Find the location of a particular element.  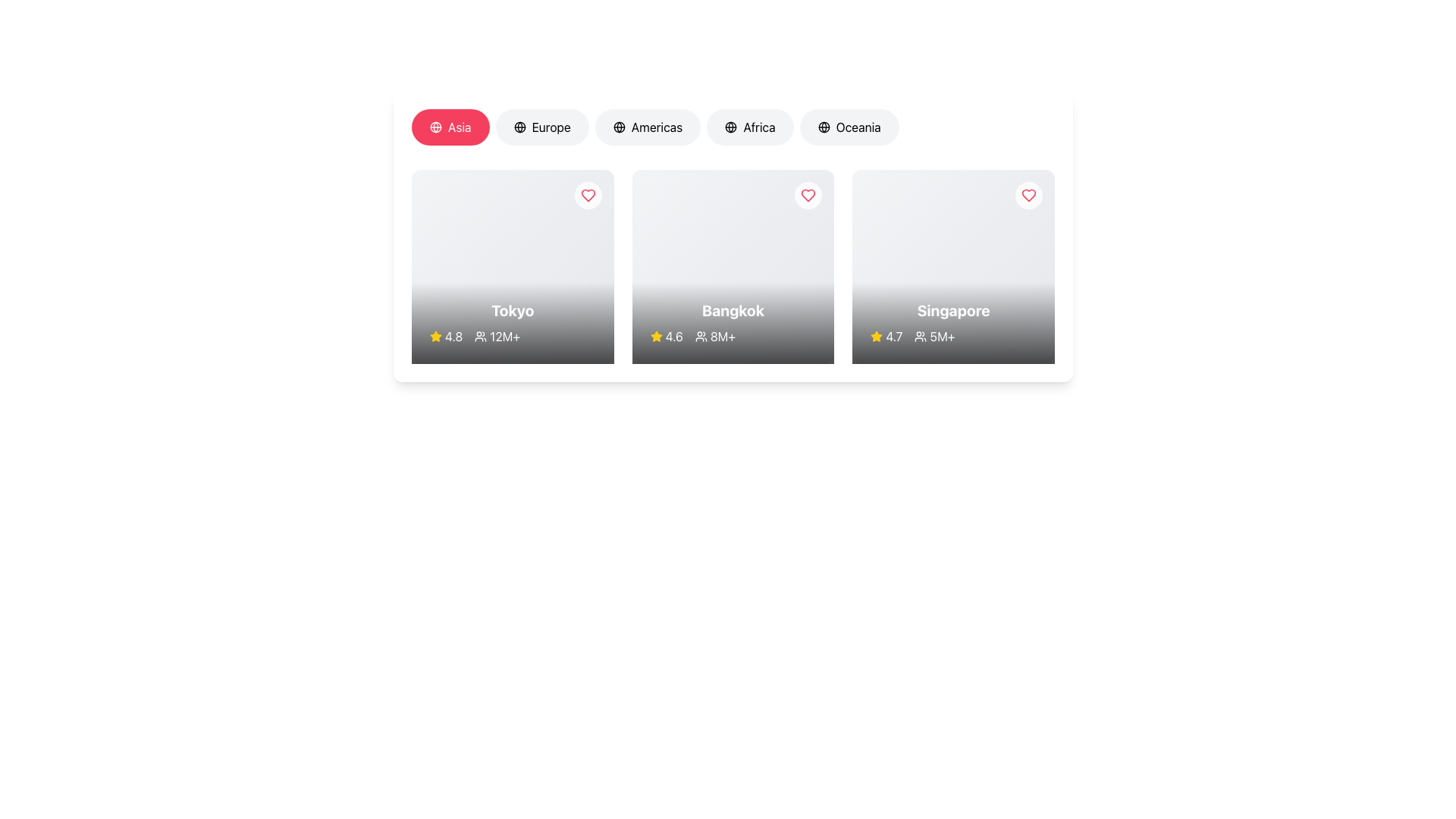

to select or activate the 'Europe' category label, which is the second label in a horizontal list of category labels, styled in a clean sans-serif font and rendered in black on a light background is located at coordinates (551, 127).